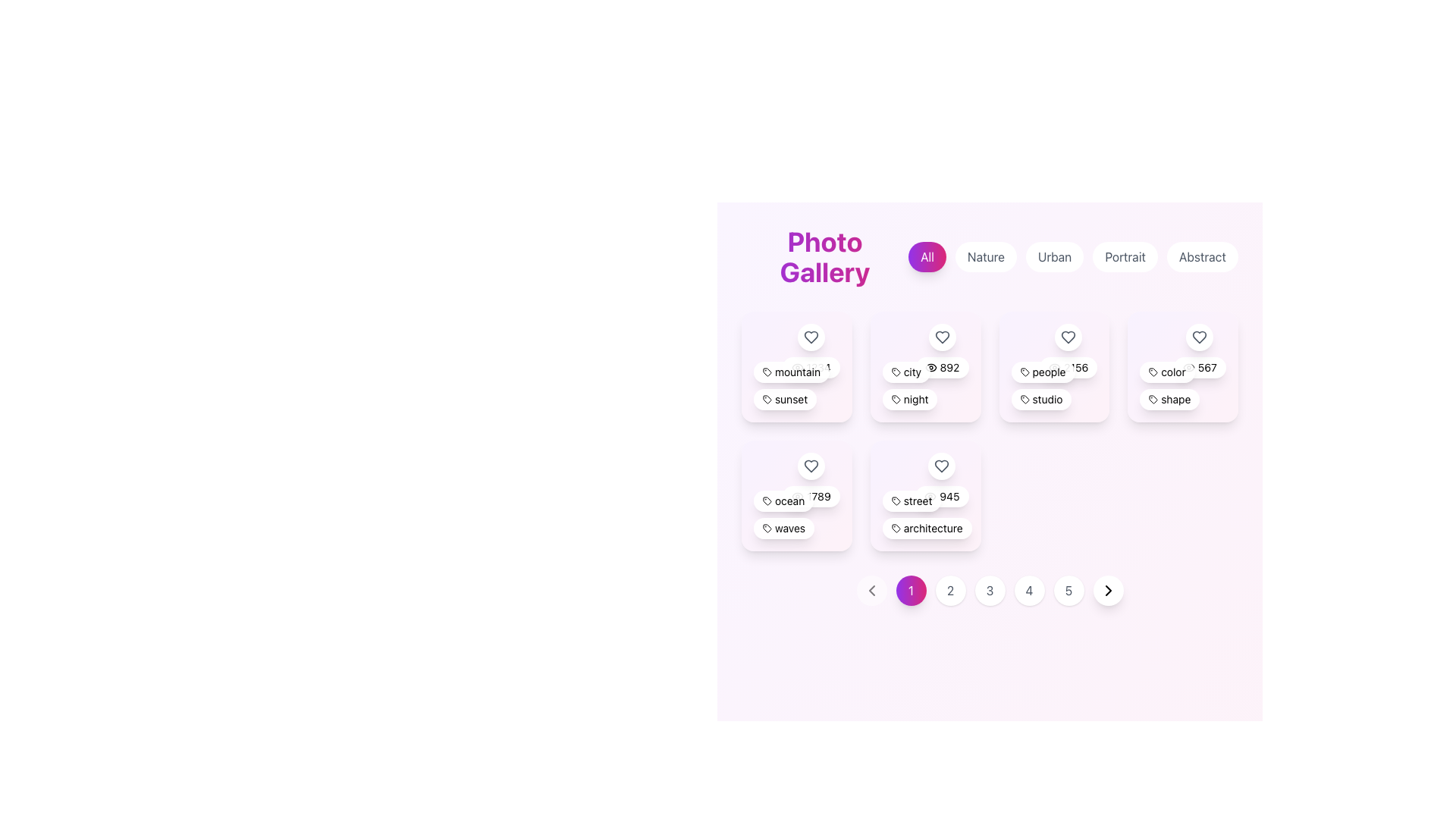  I want to click on the heart-shaped icon button outlined in dark gray located in the top-right corner of the fourth card in the grid layout, so click(1199, 336).